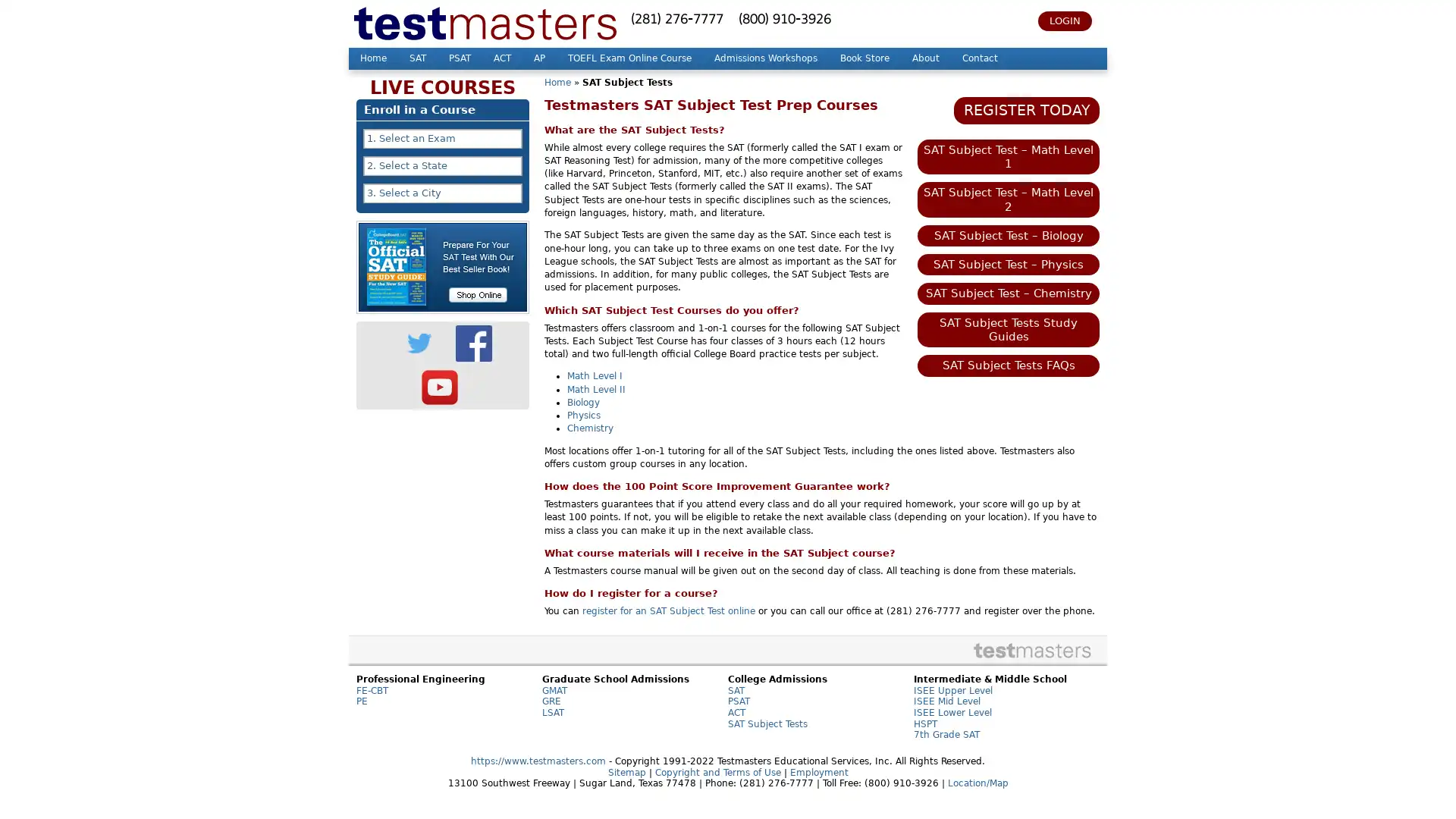 The image size is (1456, 819). I want to click on 3. Select a City, so click(442, 192).